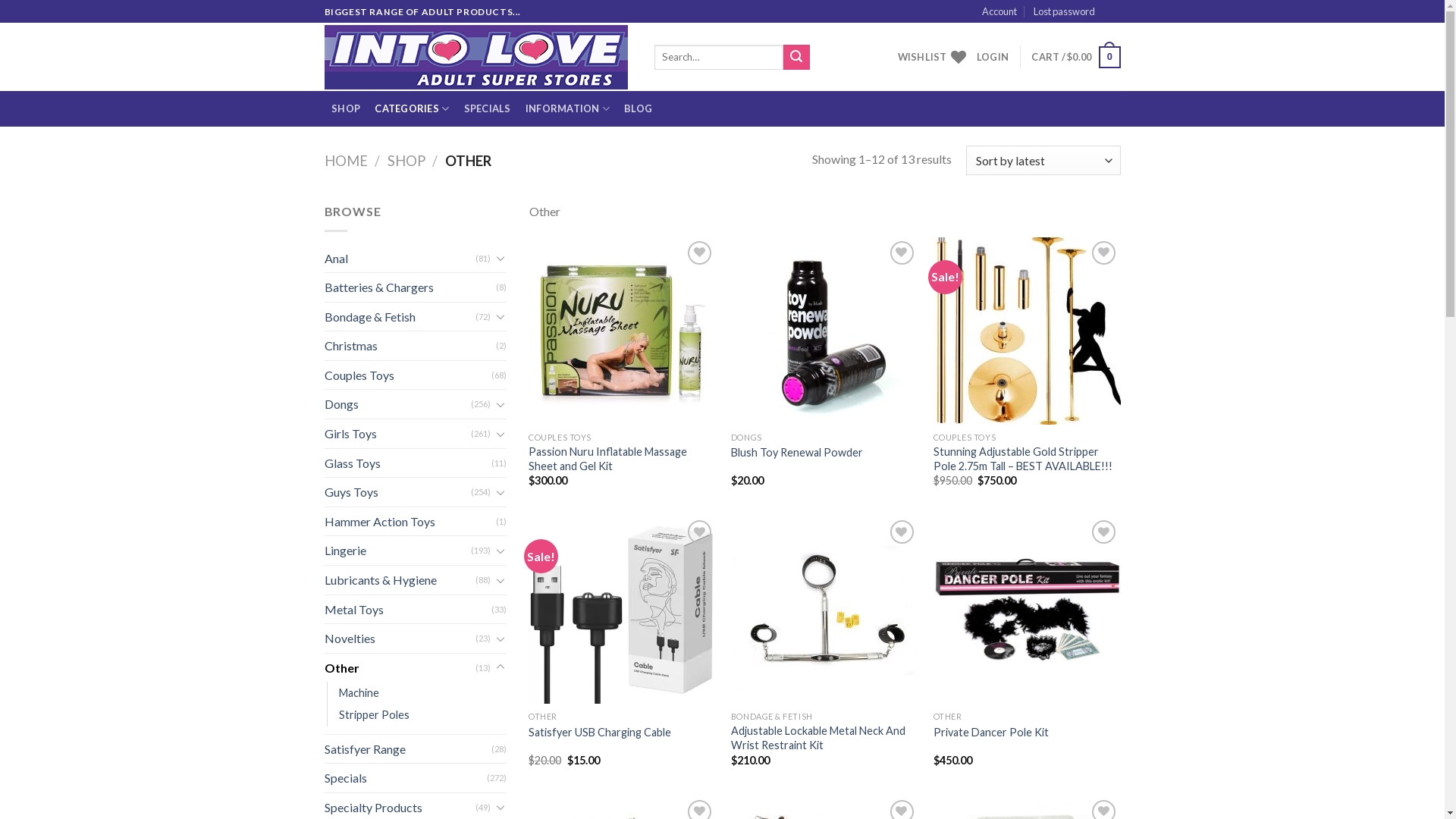 The width and height of the screenshot is (1456, 819). Describe the element at coordinates (400, 315) in the screenshot. I see `'Bondage & Fetish'` at that location.